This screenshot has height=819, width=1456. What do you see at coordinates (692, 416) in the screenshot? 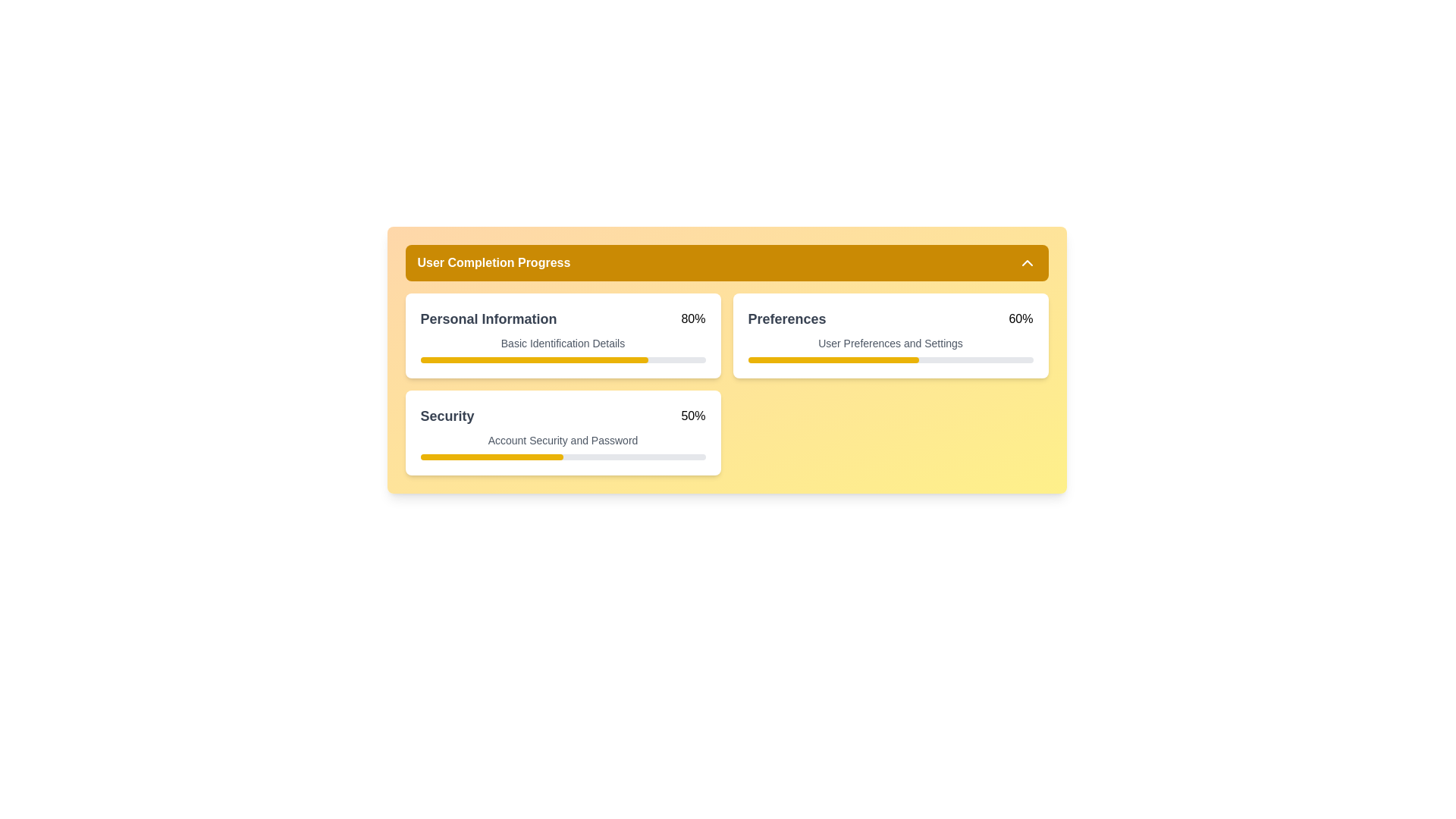
I see `the text label displaying '50%' in bold black font, located in the bottom-left section of the 'Security' card, aligned to the right of the word 'Security'` at bounding box center [692, 416].